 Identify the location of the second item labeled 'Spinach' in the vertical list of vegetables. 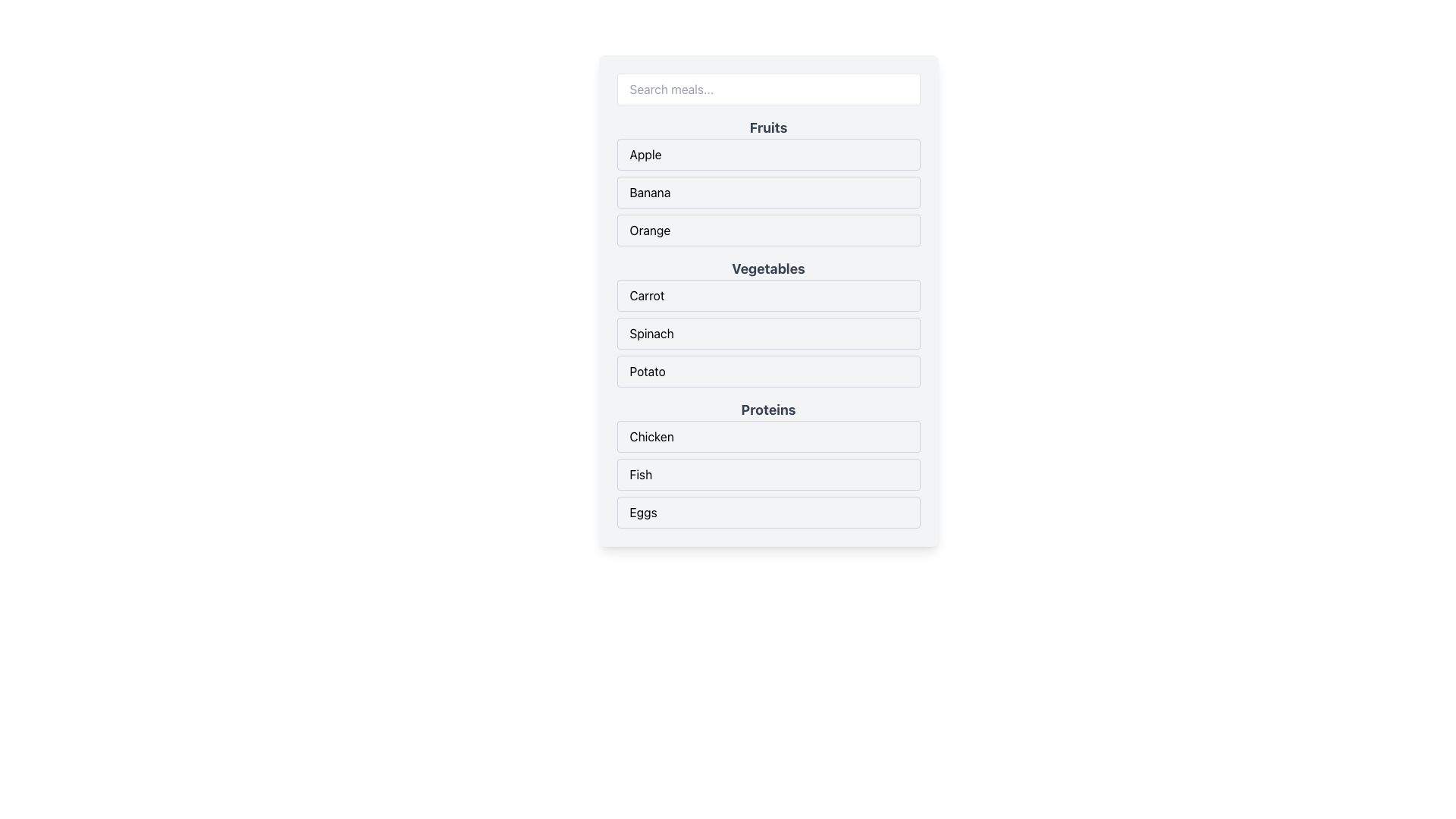
(768, 332).